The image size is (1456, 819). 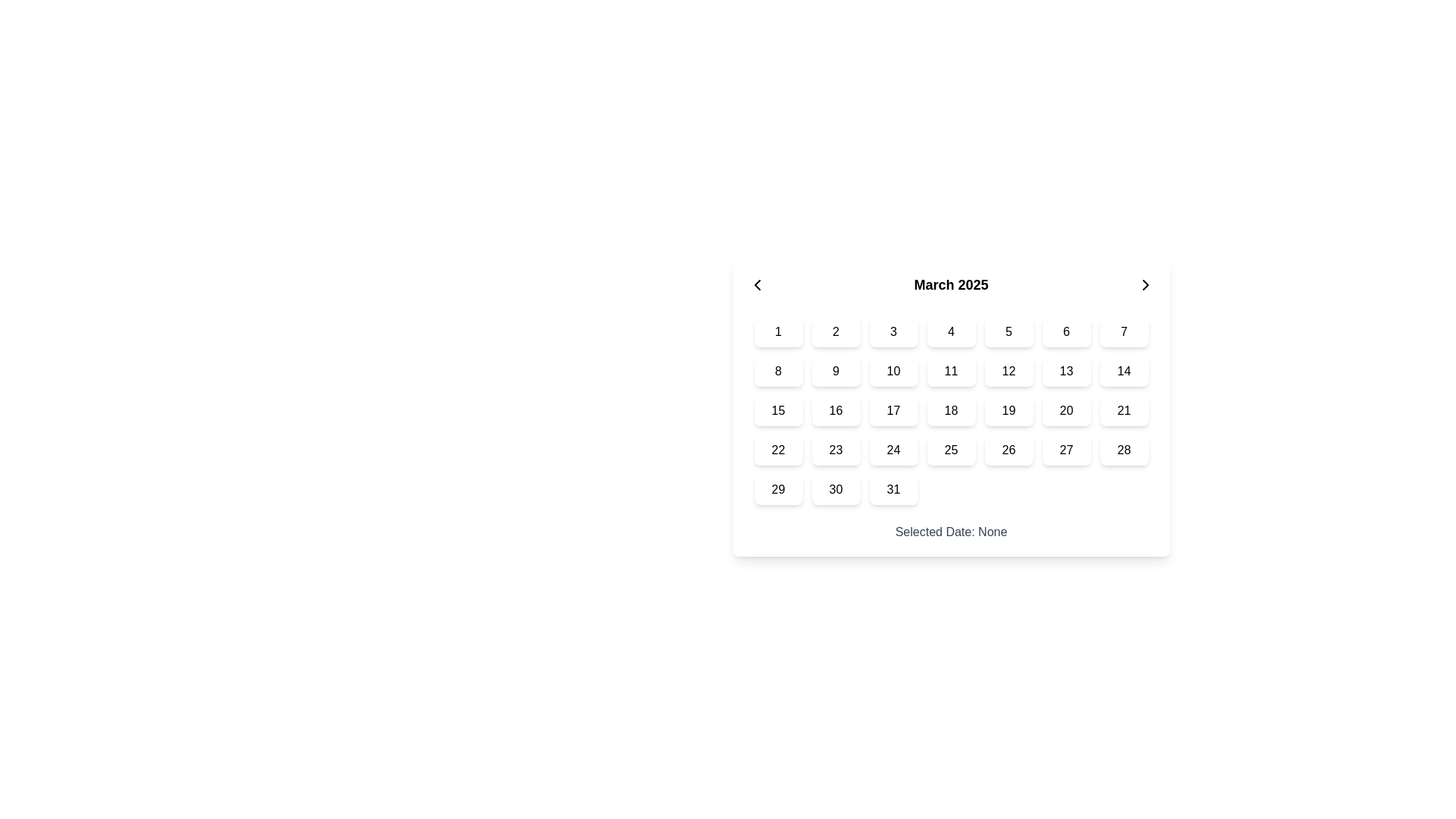 I want to click on the sixth button in the first row of the calendar grid, so click(x=1065, y=331).